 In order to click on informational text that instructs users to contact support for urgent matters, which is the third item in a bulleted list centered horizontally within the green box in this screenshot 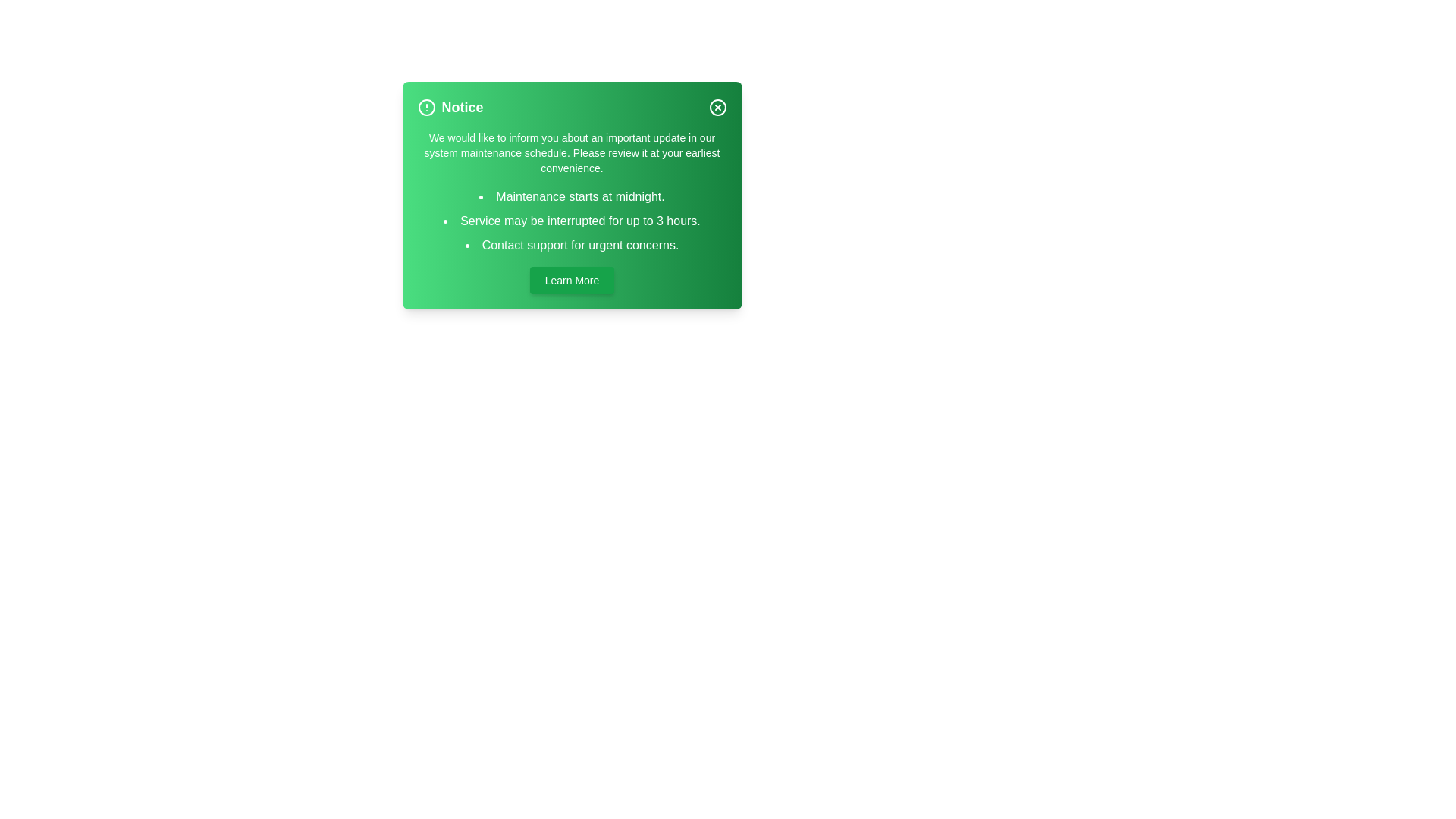, I will do `click(571, 245)`.